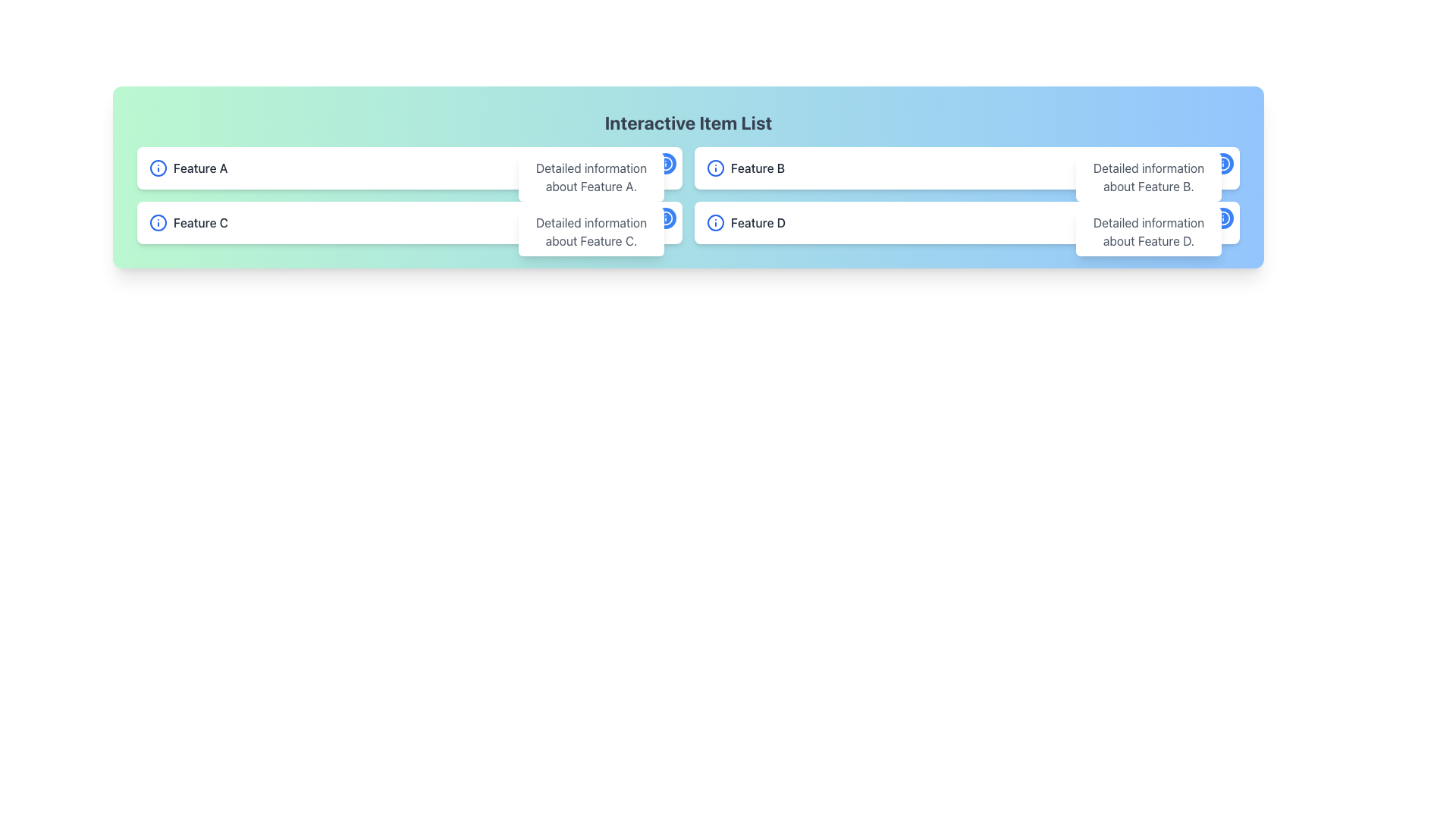  What do you see at coordinates (666, 218) in the screenshot?
I see `the circular blue button with a white info icon located in the top-right corner of the 'Feature C' panel` at bounding box center [666, 218].